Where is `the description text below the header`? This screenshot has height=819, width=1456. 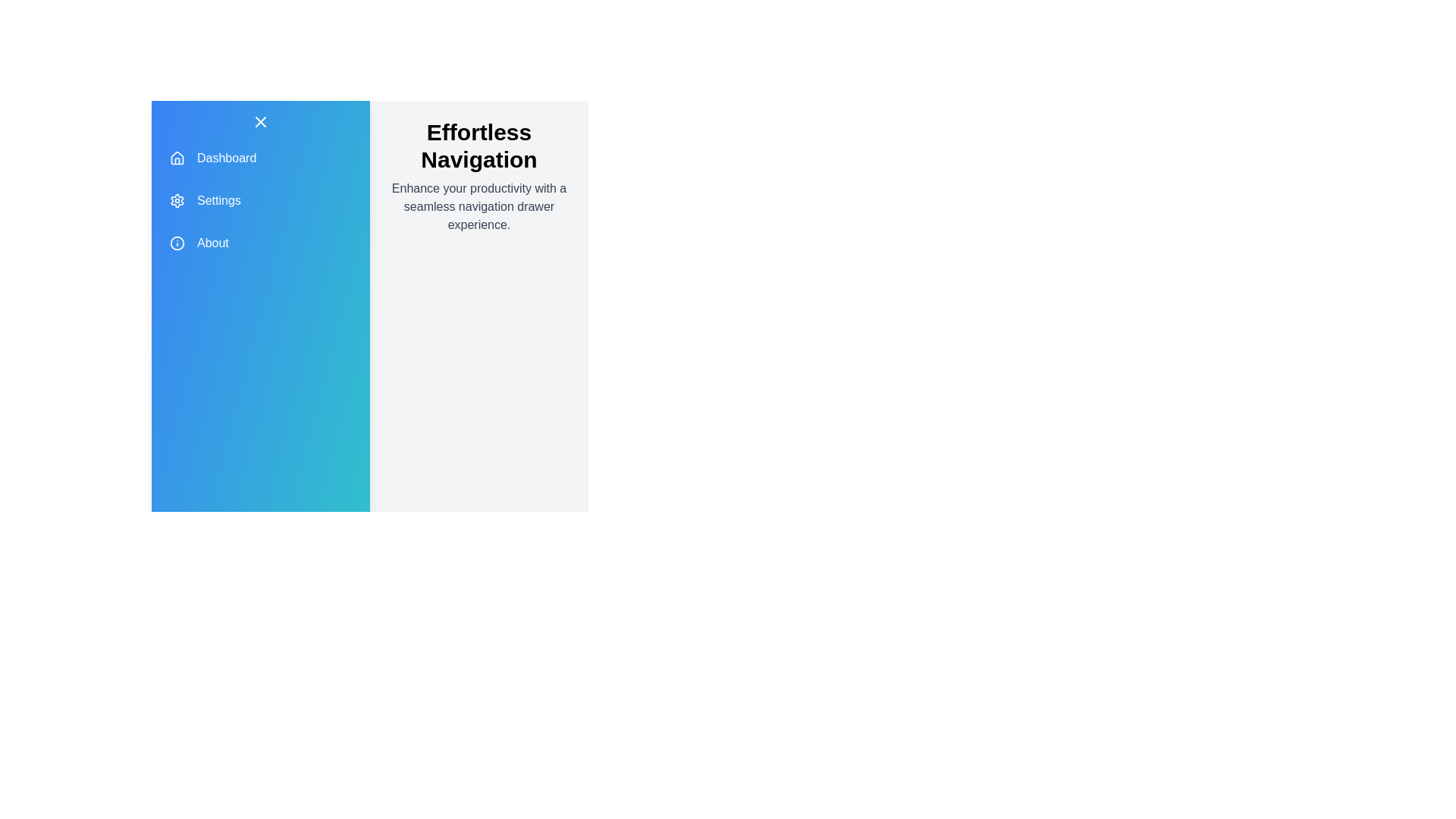 the description text below the header is located at coordinates (479, 207).